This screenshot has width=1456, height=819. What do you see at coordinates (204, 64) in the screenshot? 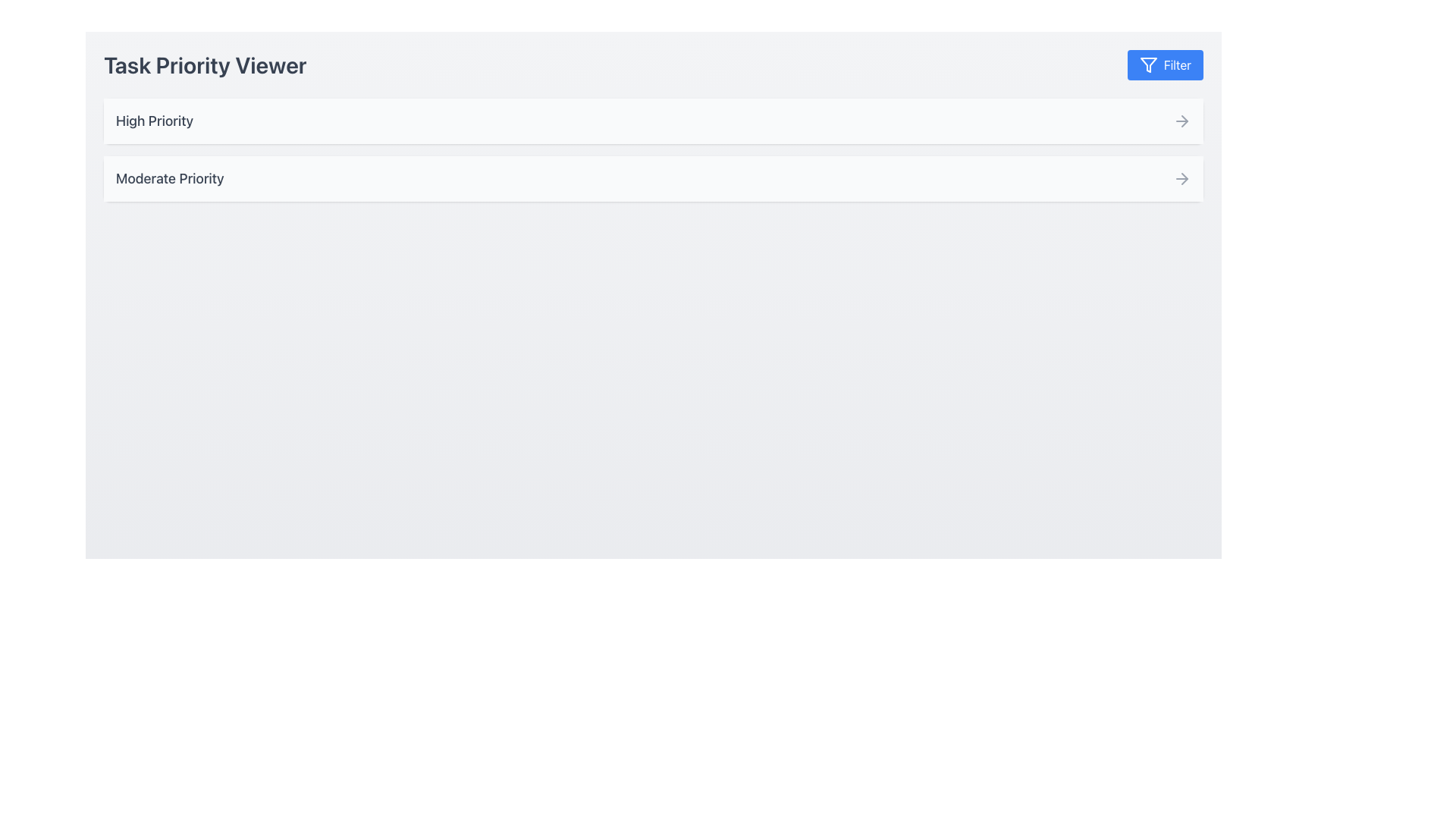
I see `the Text Label that serves as a title or header indicating the purpose of the interface for displaying task priorities, which is positioned on the far left of the header bar` at bounding box center [204, 64].